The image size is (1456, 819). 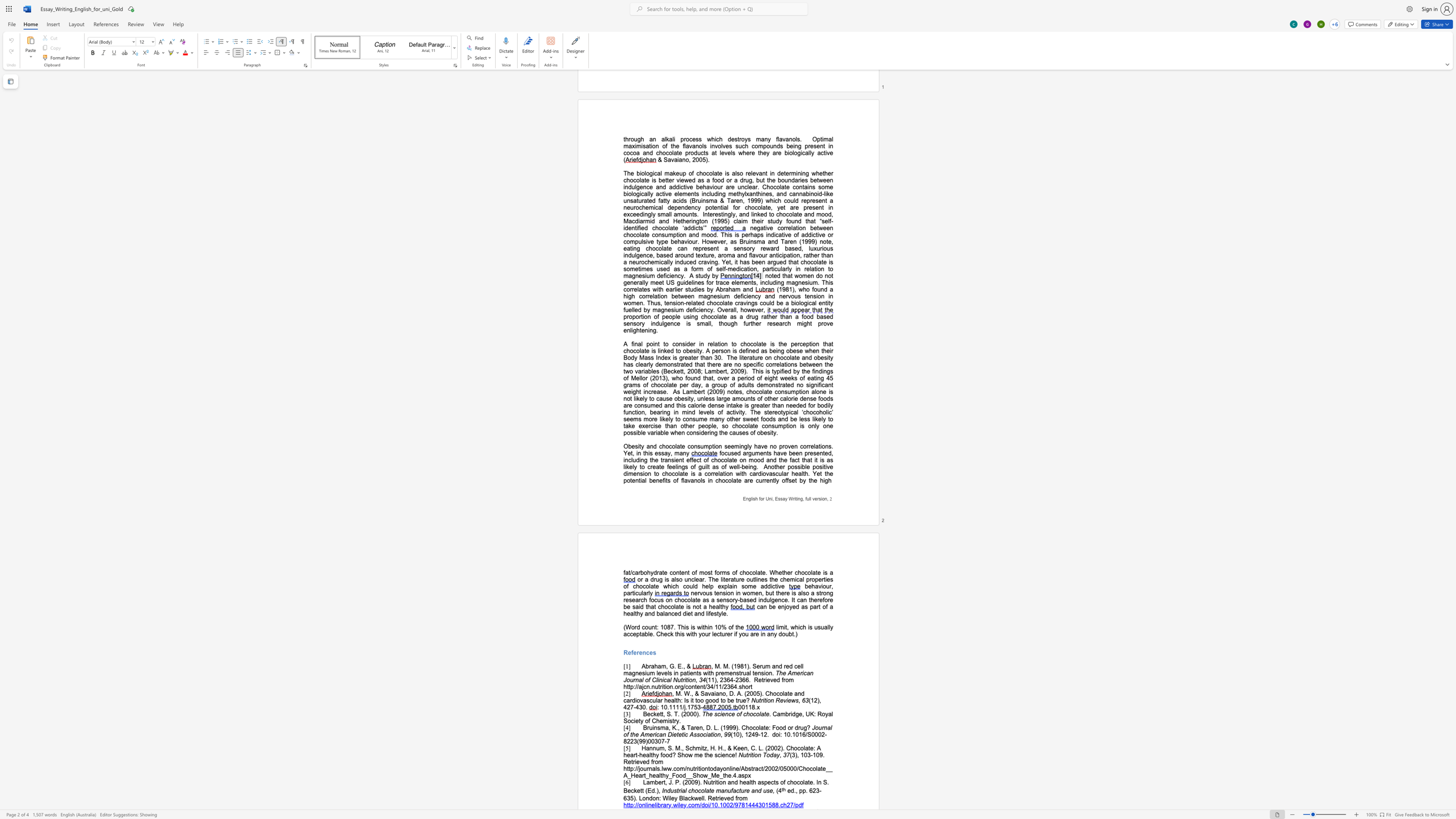 What do you see at coordinates (738, 445) in the screenshot?
I see `the space between the continuous character "m" and "i" in the text` at bounding box center [738, 445].